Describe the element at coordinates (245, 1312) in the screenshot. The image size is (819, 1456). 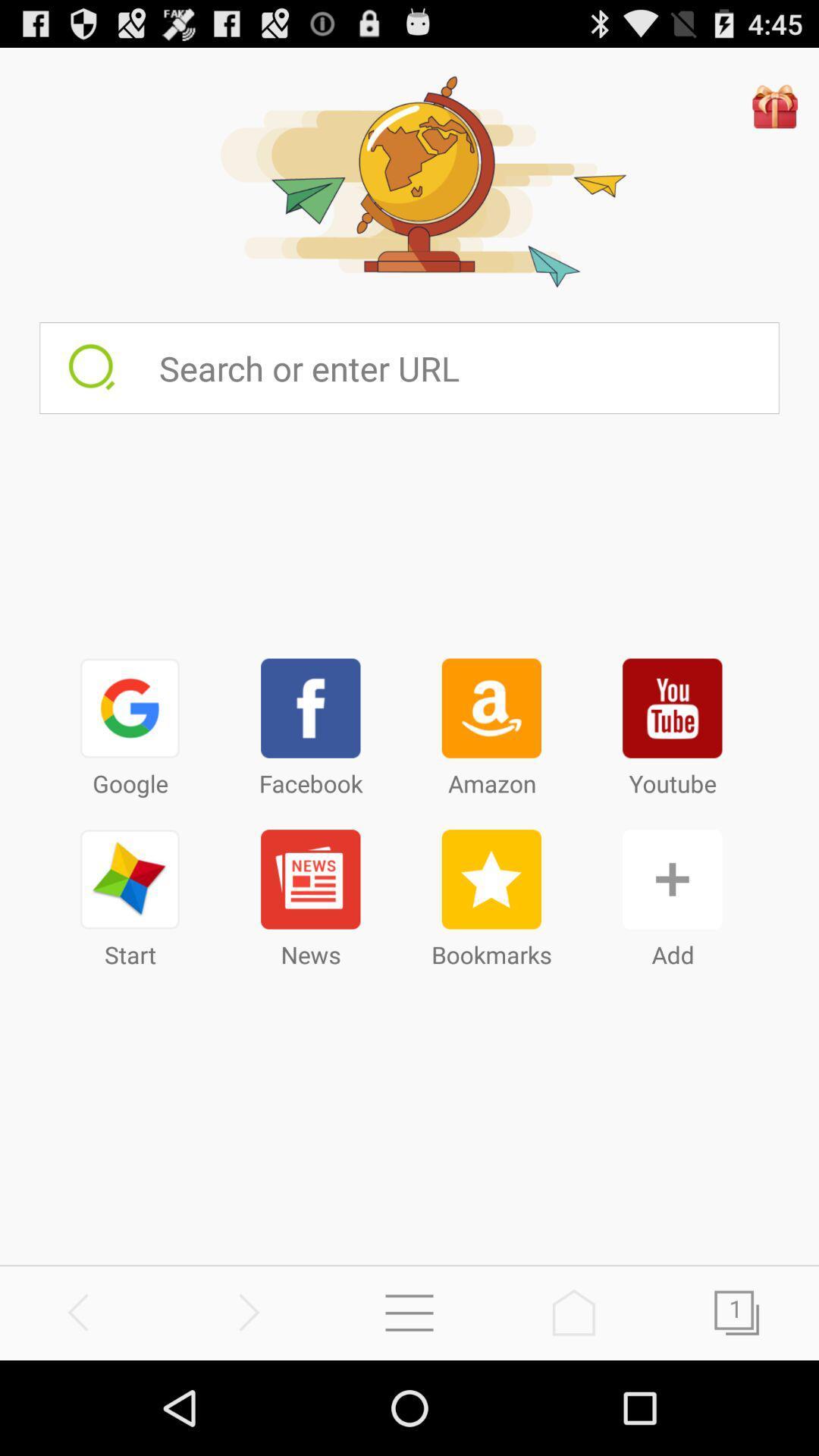
I see `forward` at that location.